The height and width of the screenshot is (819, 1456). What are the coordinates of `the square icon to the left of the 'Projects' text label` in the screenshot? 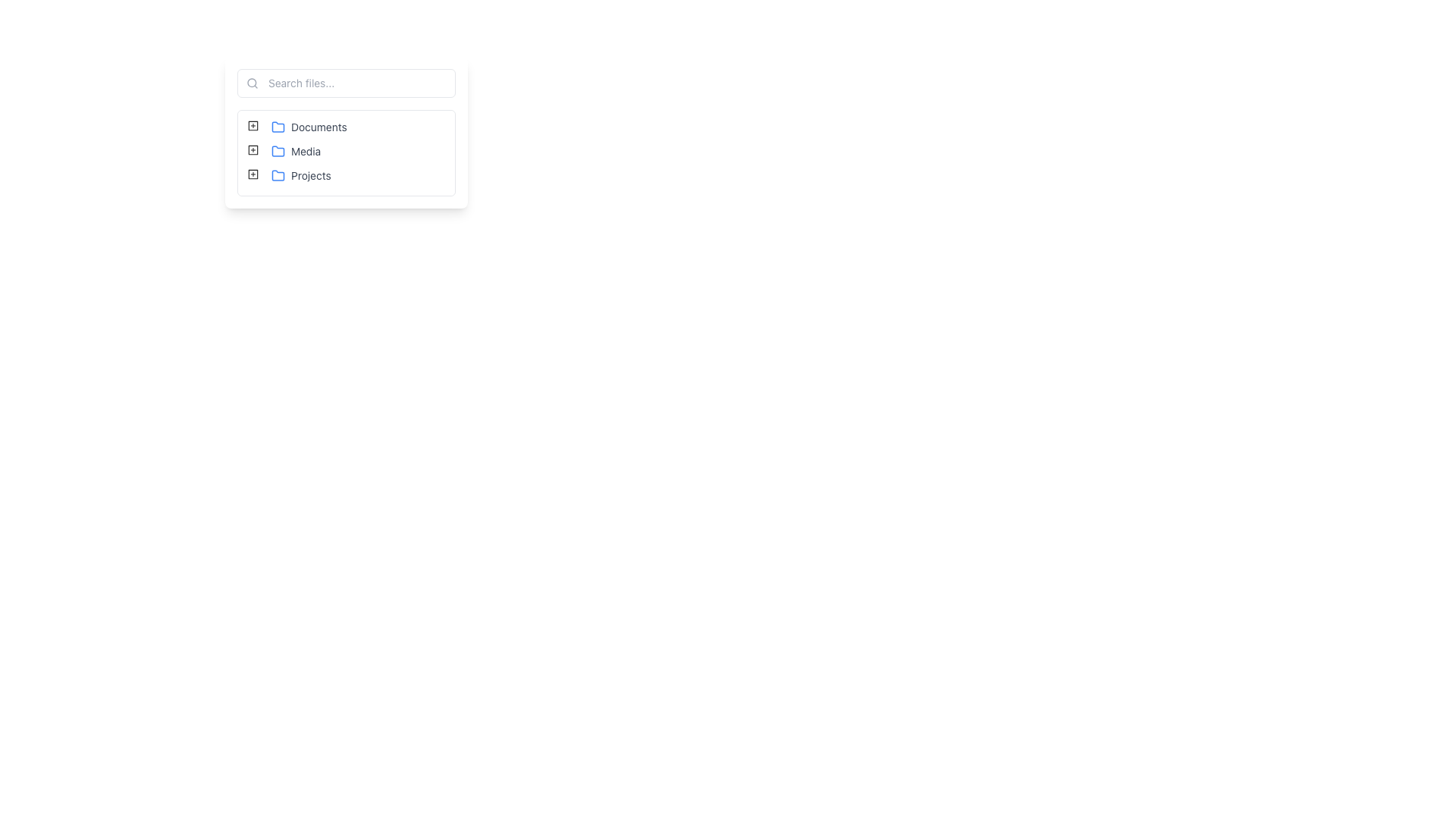 It's located at (253, 174).